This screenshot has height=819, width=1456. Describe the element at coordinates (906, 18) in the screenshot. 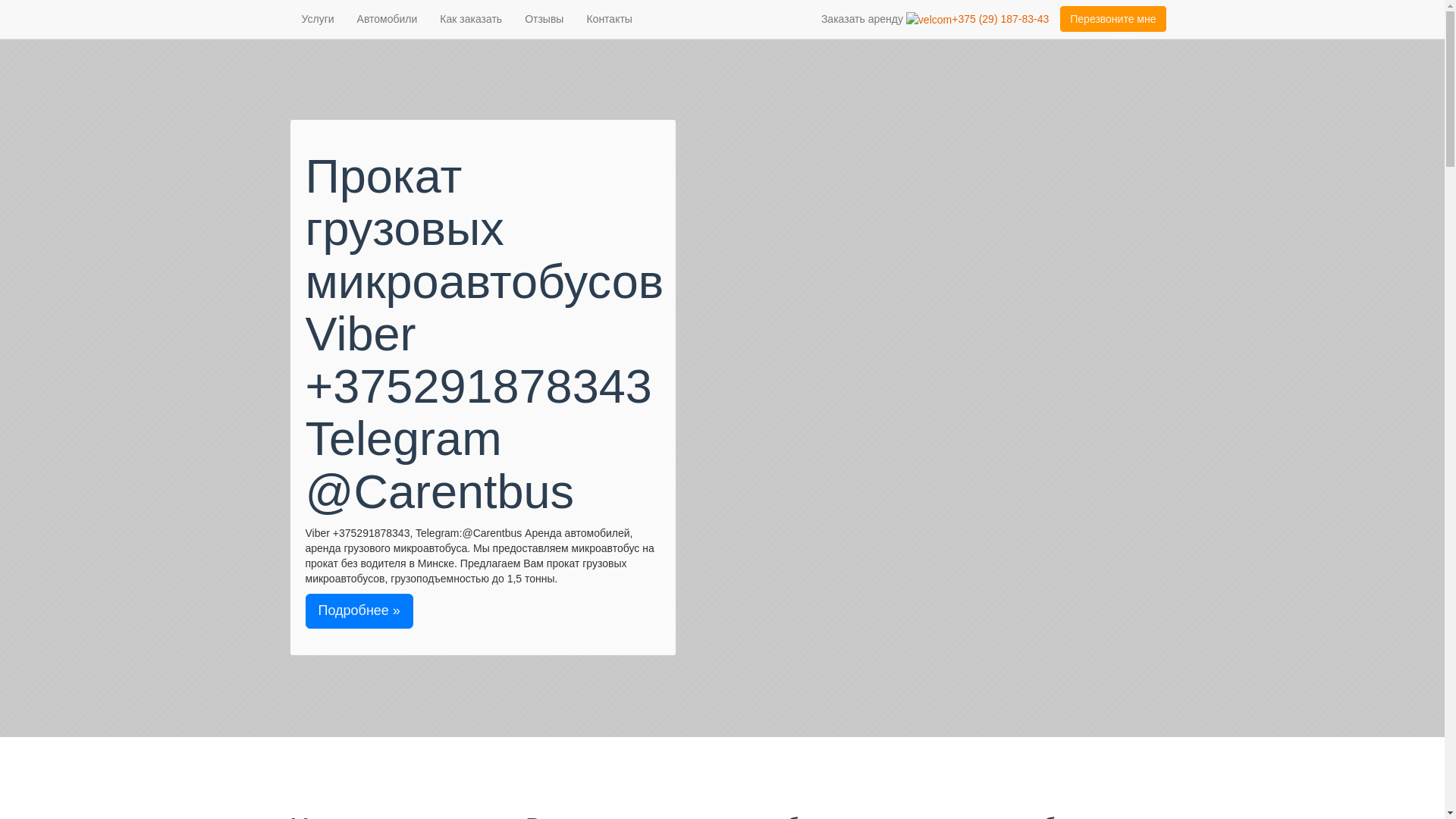

I see `'+375 (29) 187-83-43'` at that location.